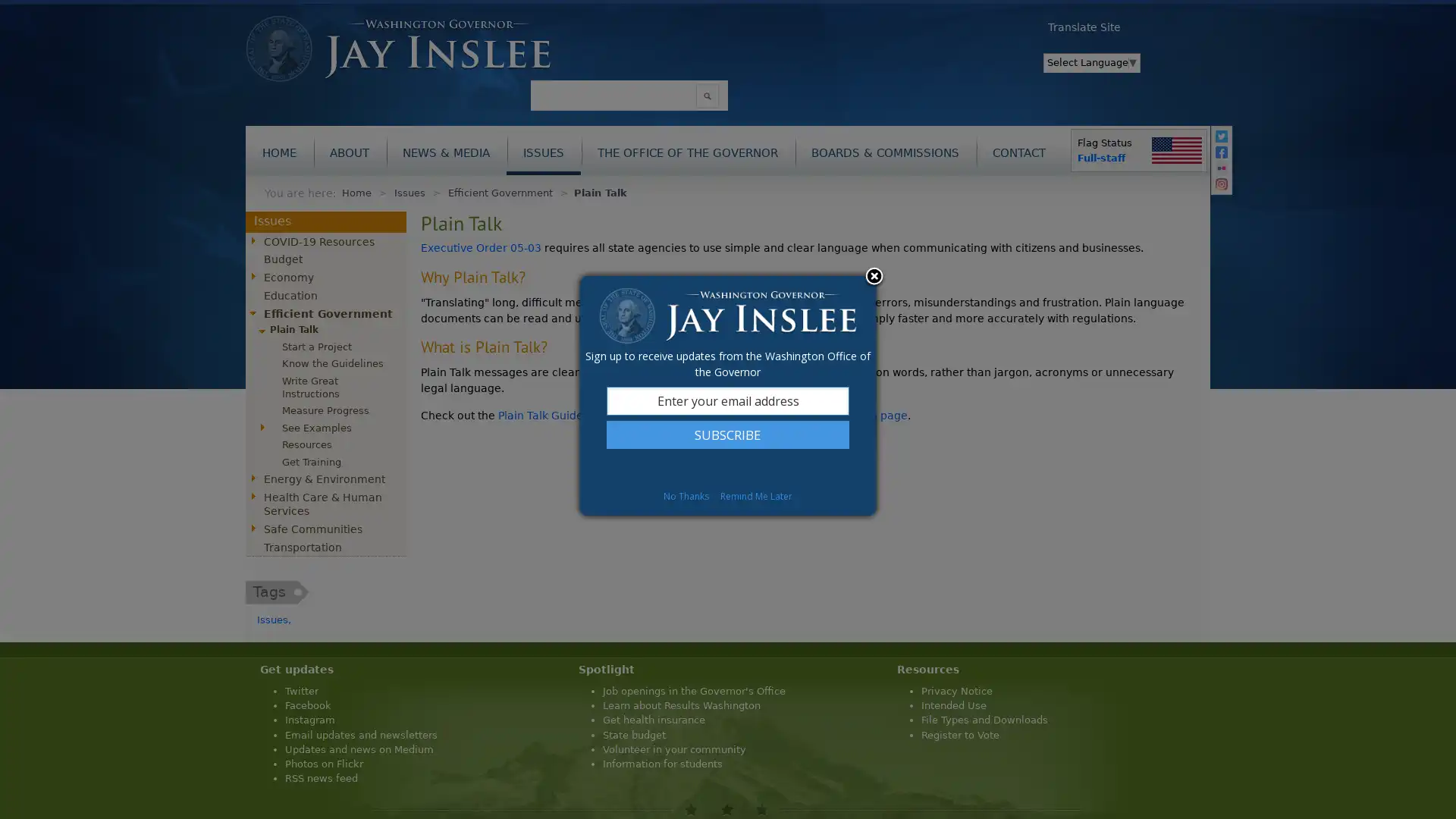  Describe the element at coordinates (756, 496) in the screenshot. I see `Remind Me Later` at that location.